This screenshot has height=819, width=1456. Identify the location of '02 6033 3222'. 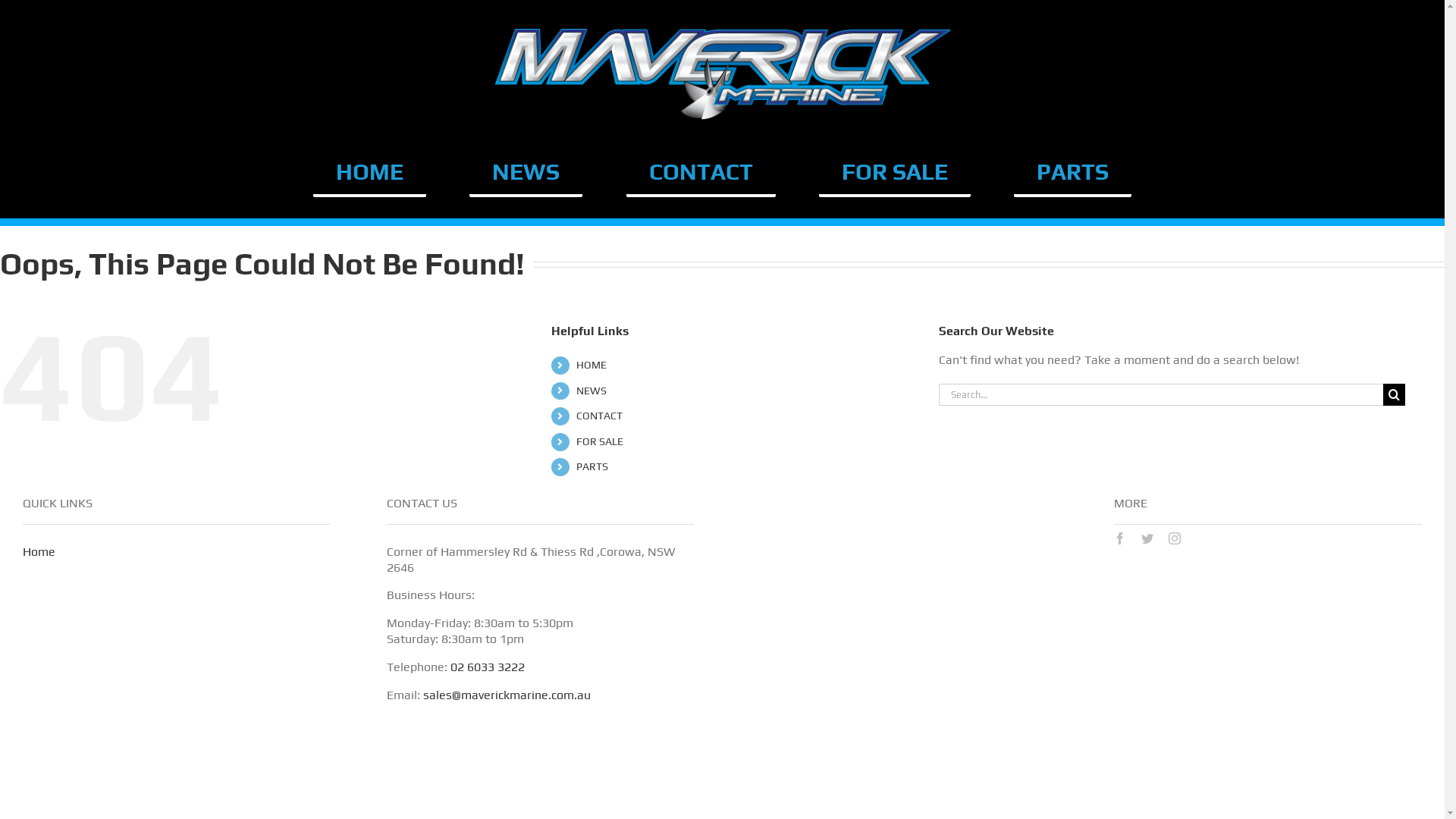
(488, 666).